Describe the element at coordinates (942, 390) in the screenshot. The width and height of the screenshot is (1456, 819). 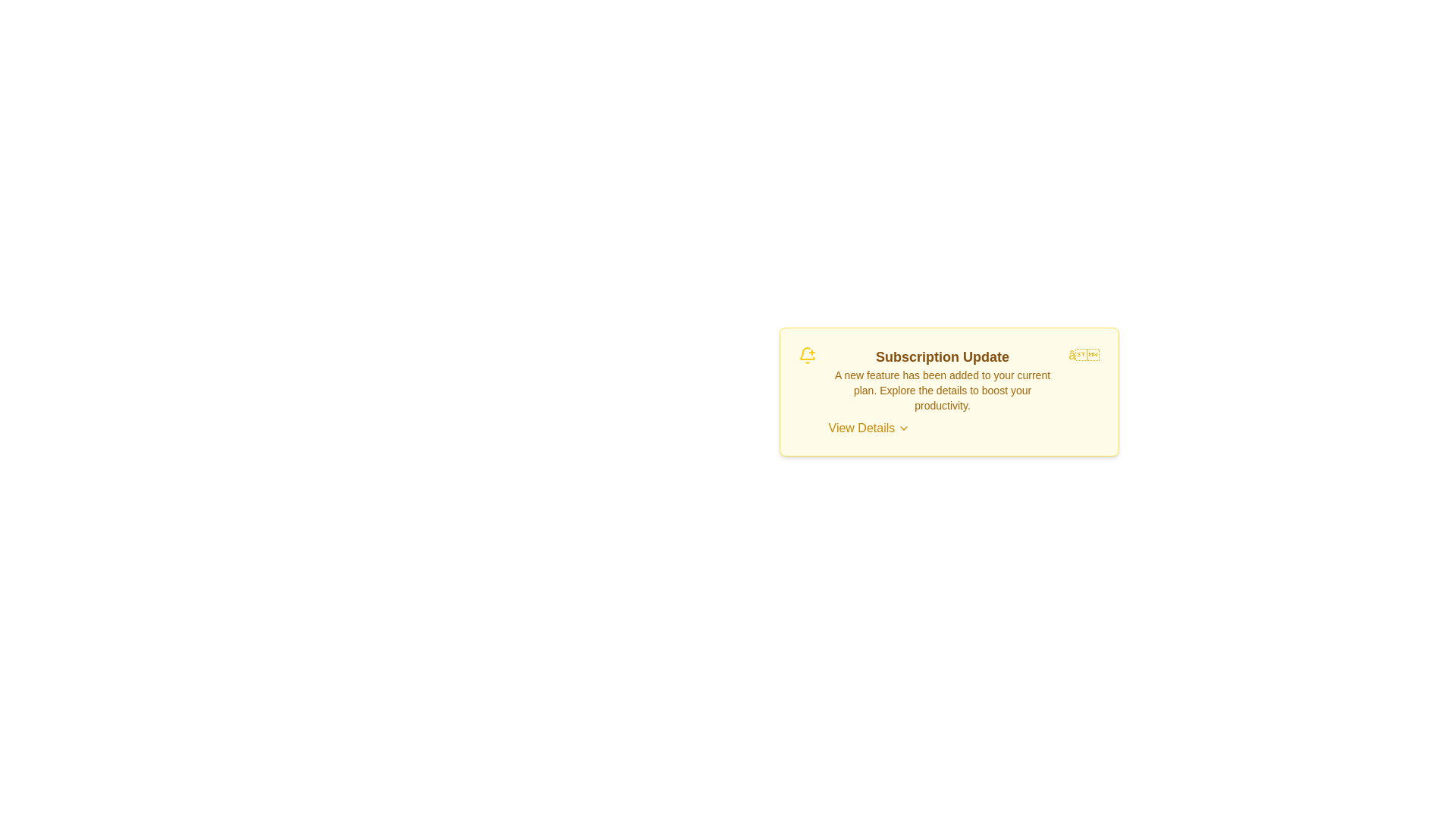
I see `the text to select it` at that location.